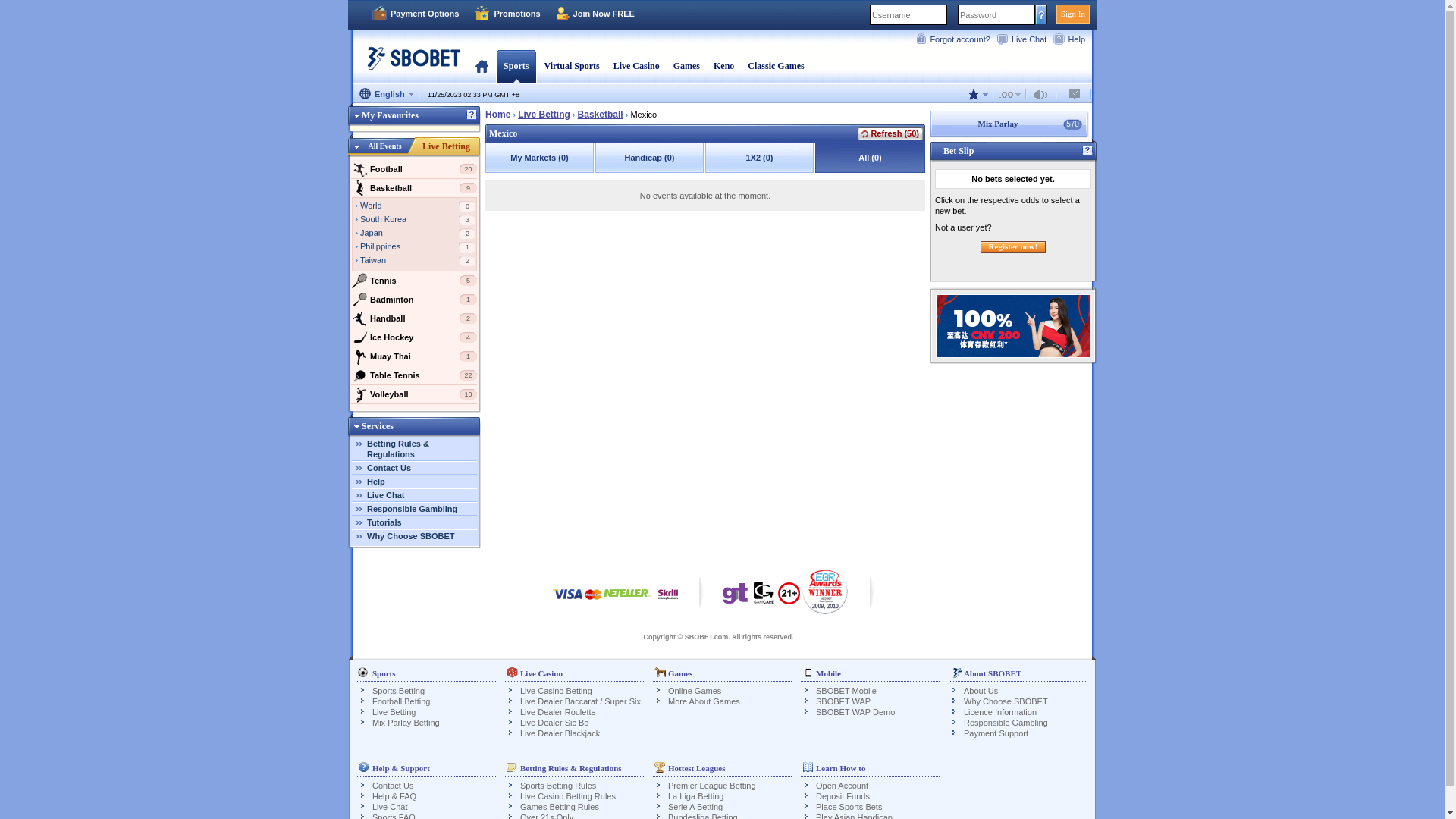 The image size is (1456, 819). I want to click on 'Sign In', so click(1072, 14).